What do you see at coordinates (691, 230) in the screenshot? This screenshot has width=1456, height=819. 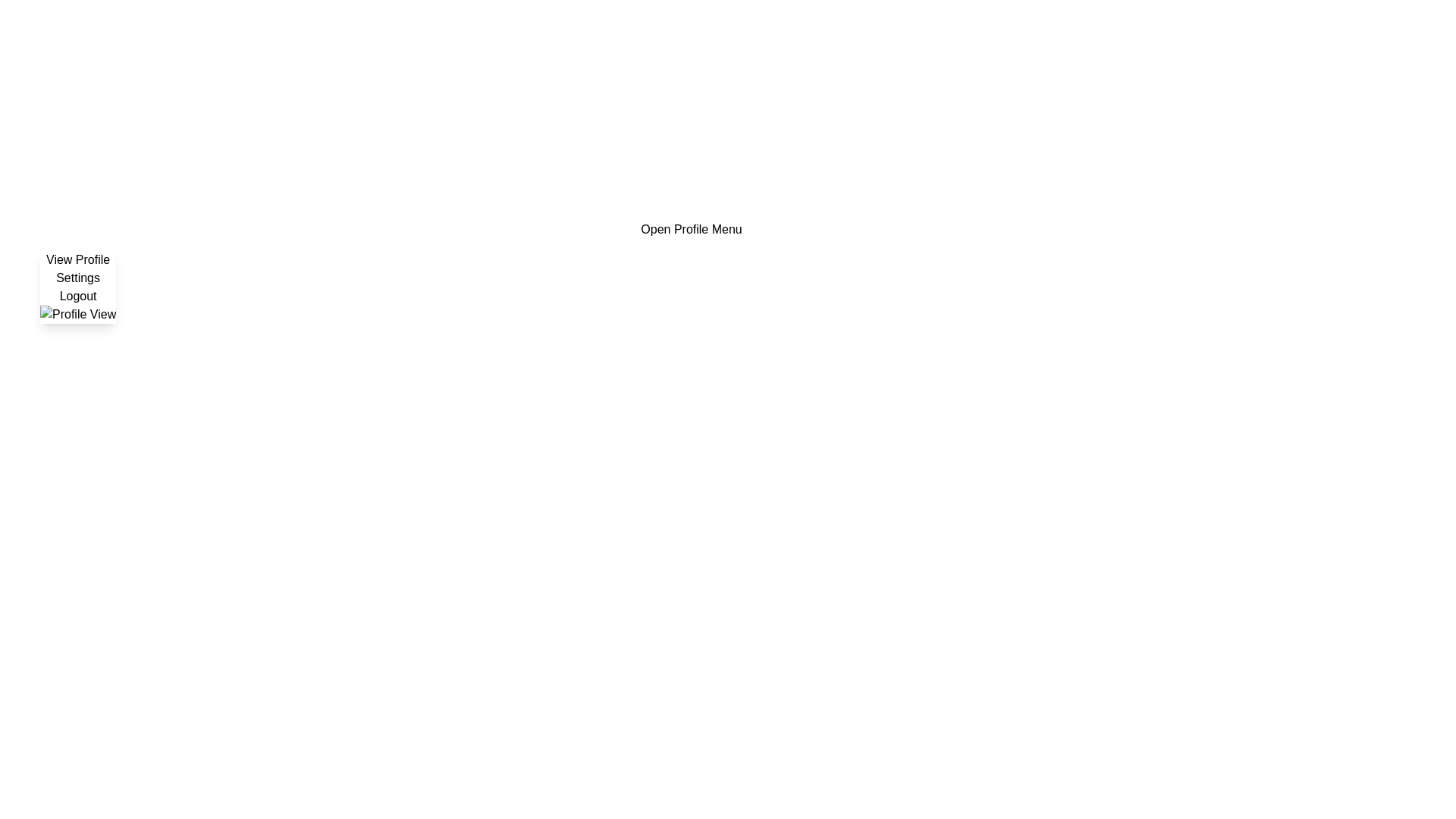 I see `the 'Open Profile Menu' button to interact` at bounding box center [691, 230].